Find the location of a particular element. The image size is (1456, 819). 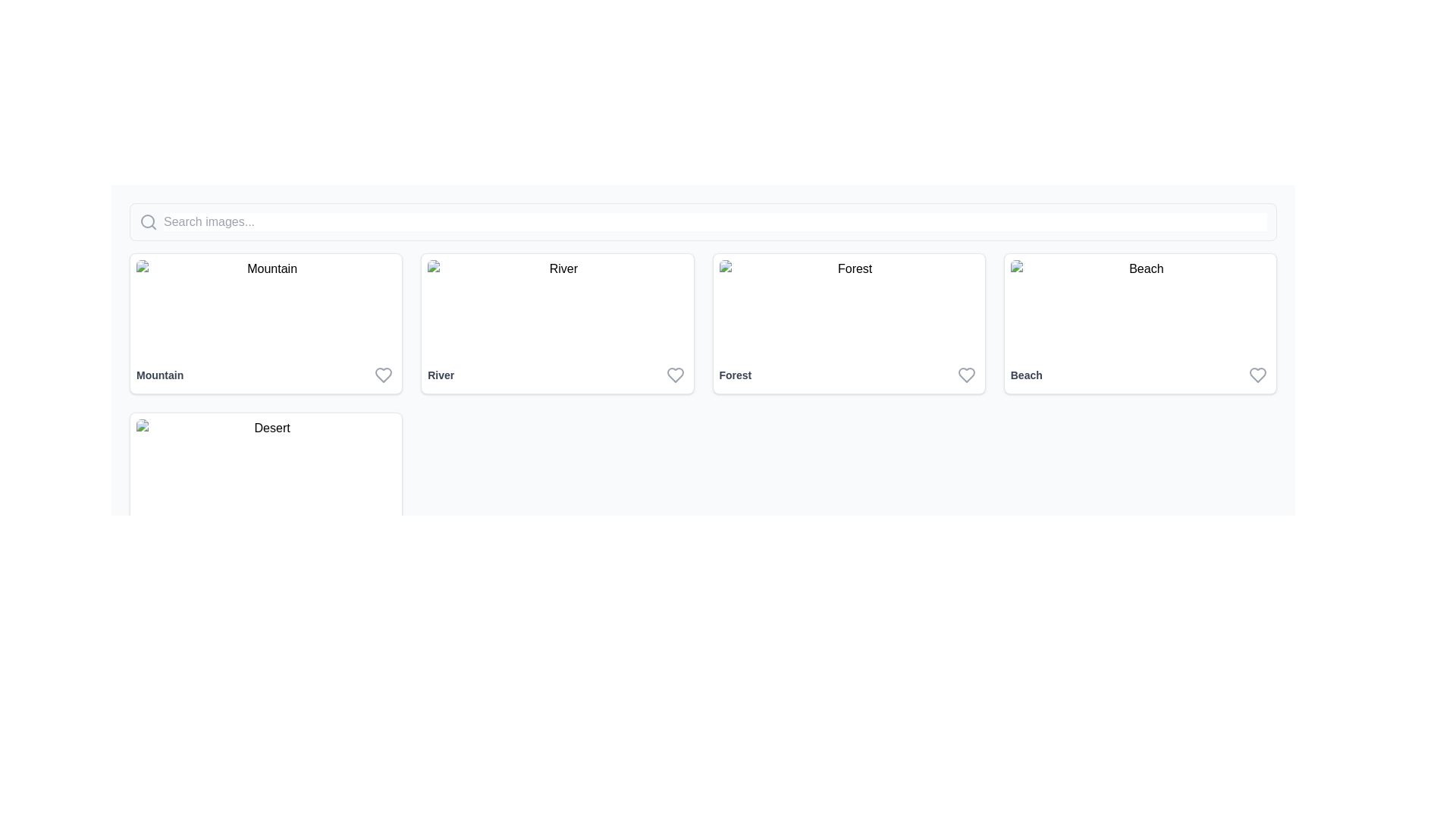

the heart-shaped icon button located in the bottom-right of the 'Forest' card to possibly see tooltips is located at coordinates (965, 375).